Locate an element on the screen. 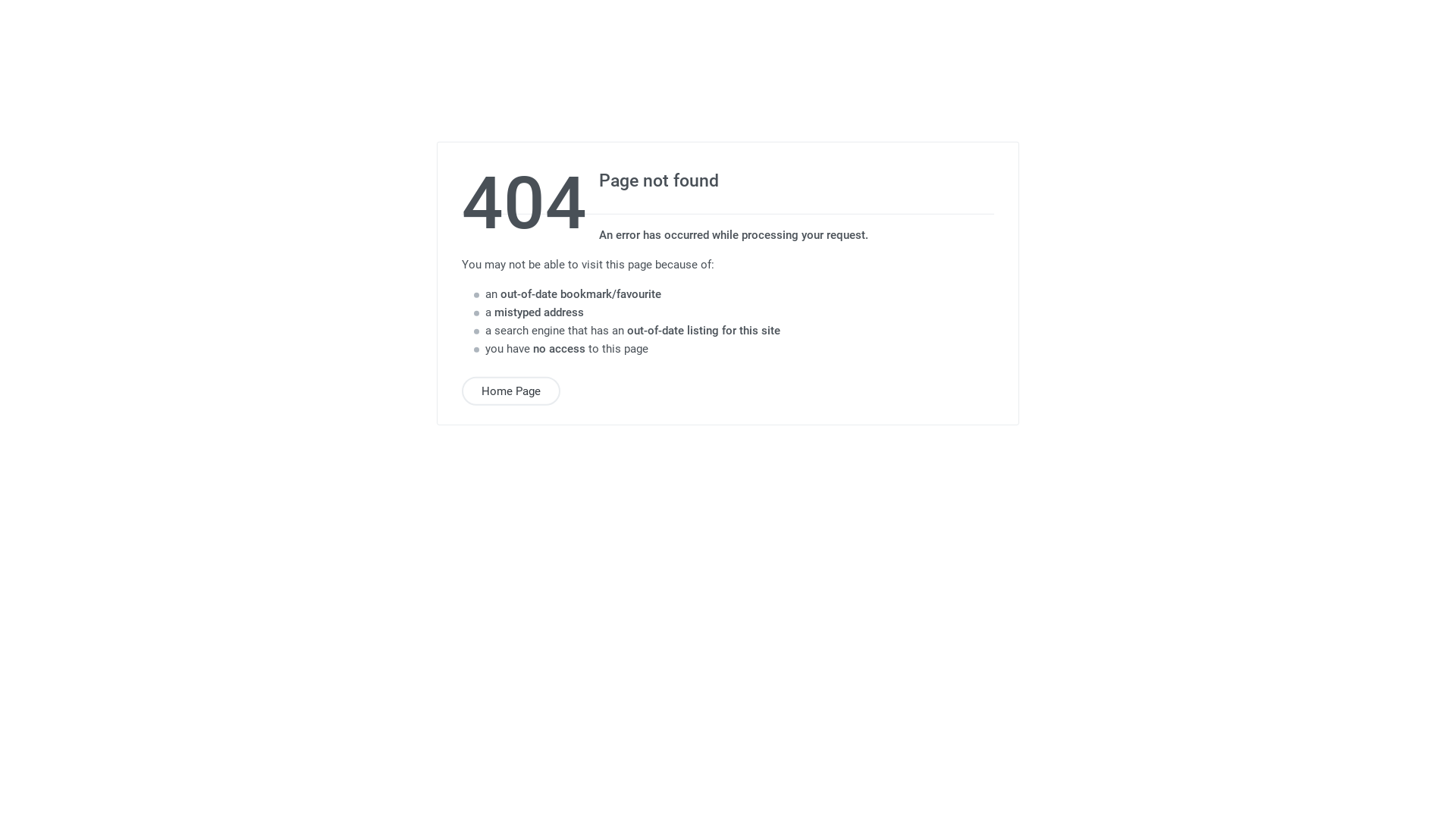 The width and height of the screenshot is (1456, 819). 'Home Page' is located at coordinates (510, 390).